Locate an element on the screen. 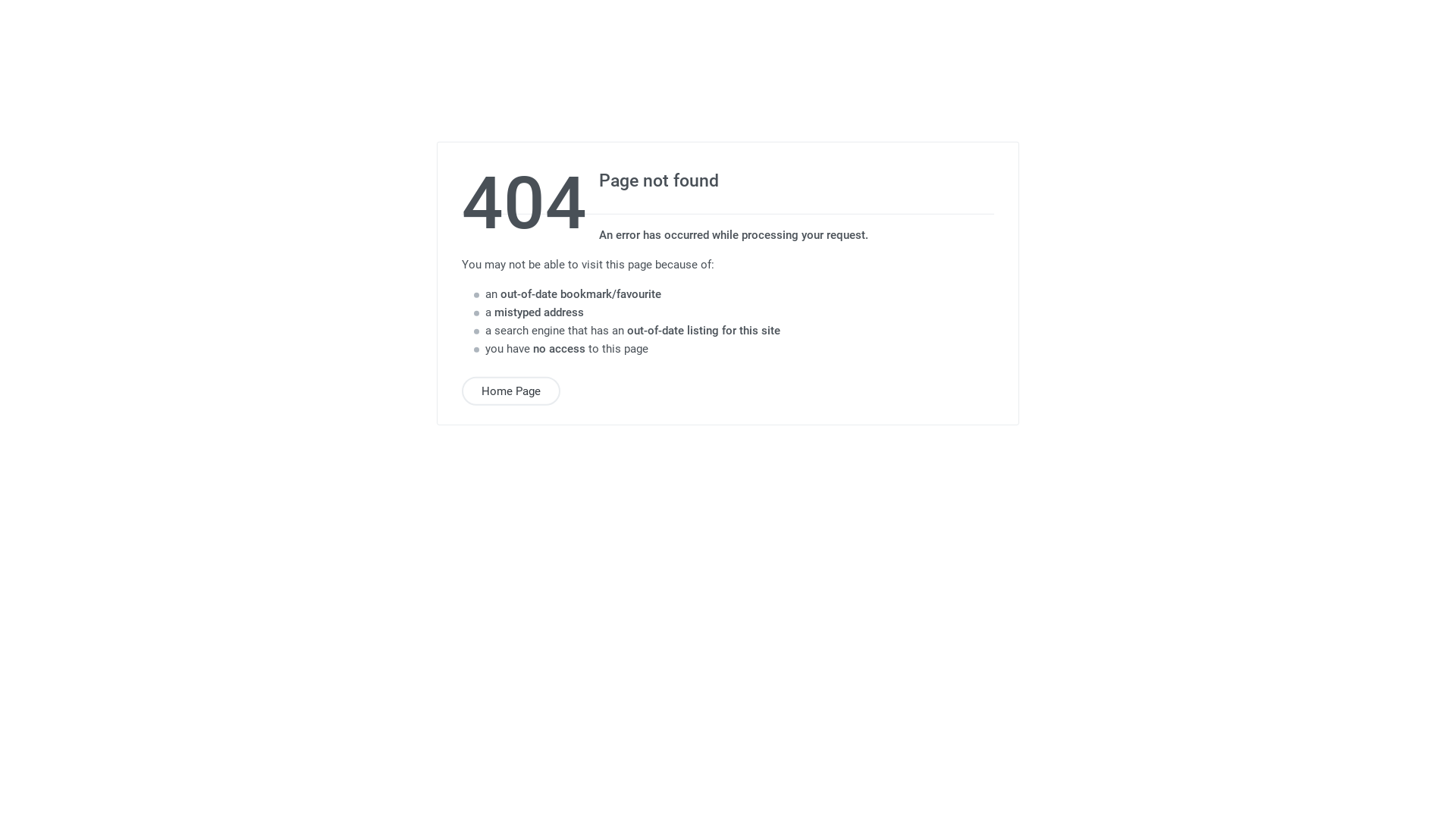 The width and height of the screenshot is (1456, 819). 'Home Page' is located at coordinates (510, 390).